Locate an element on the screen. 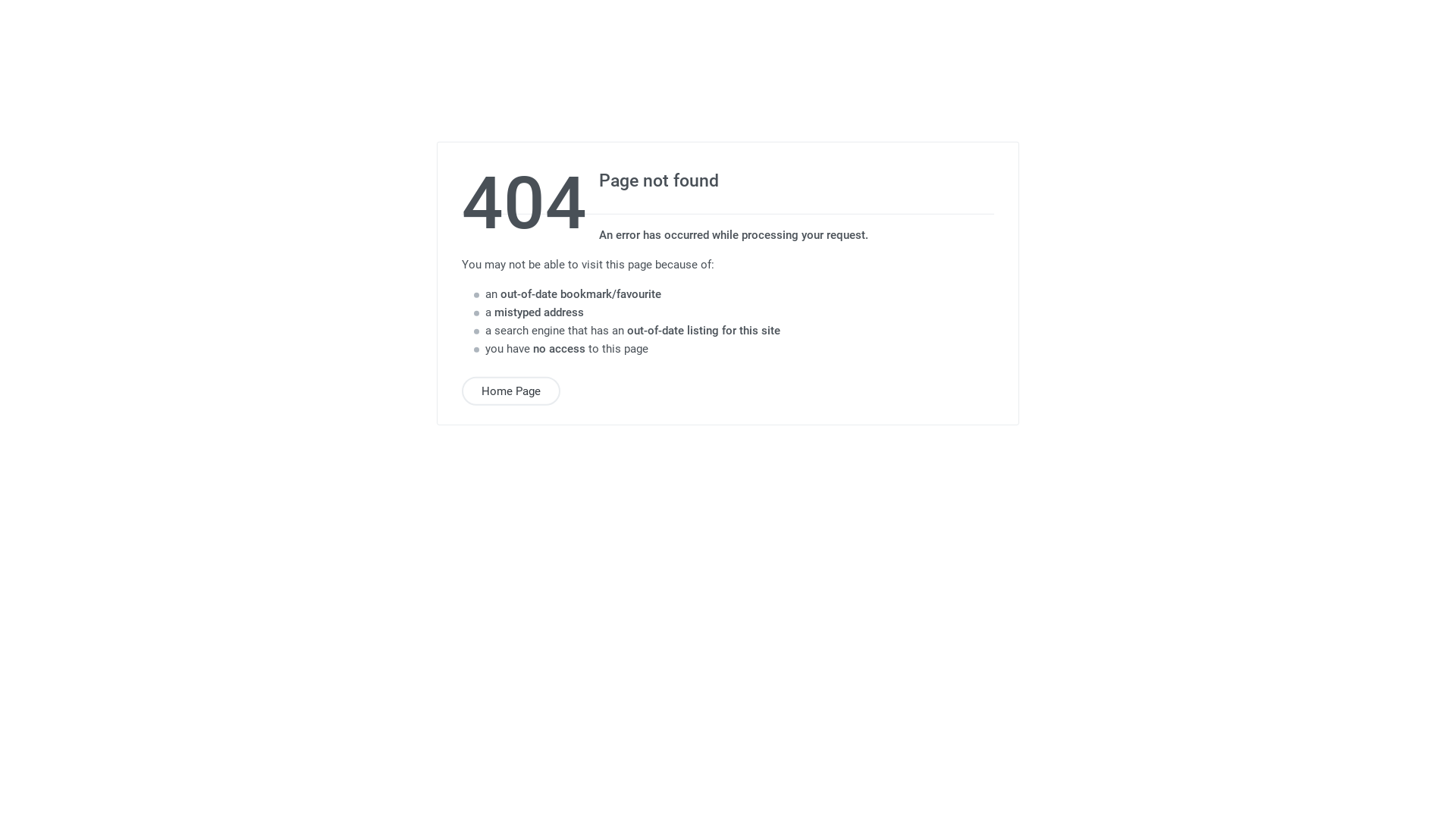 The width and height of the screenshot is (1456, 819). 'Home Page' is located at coordinates (510, 390).